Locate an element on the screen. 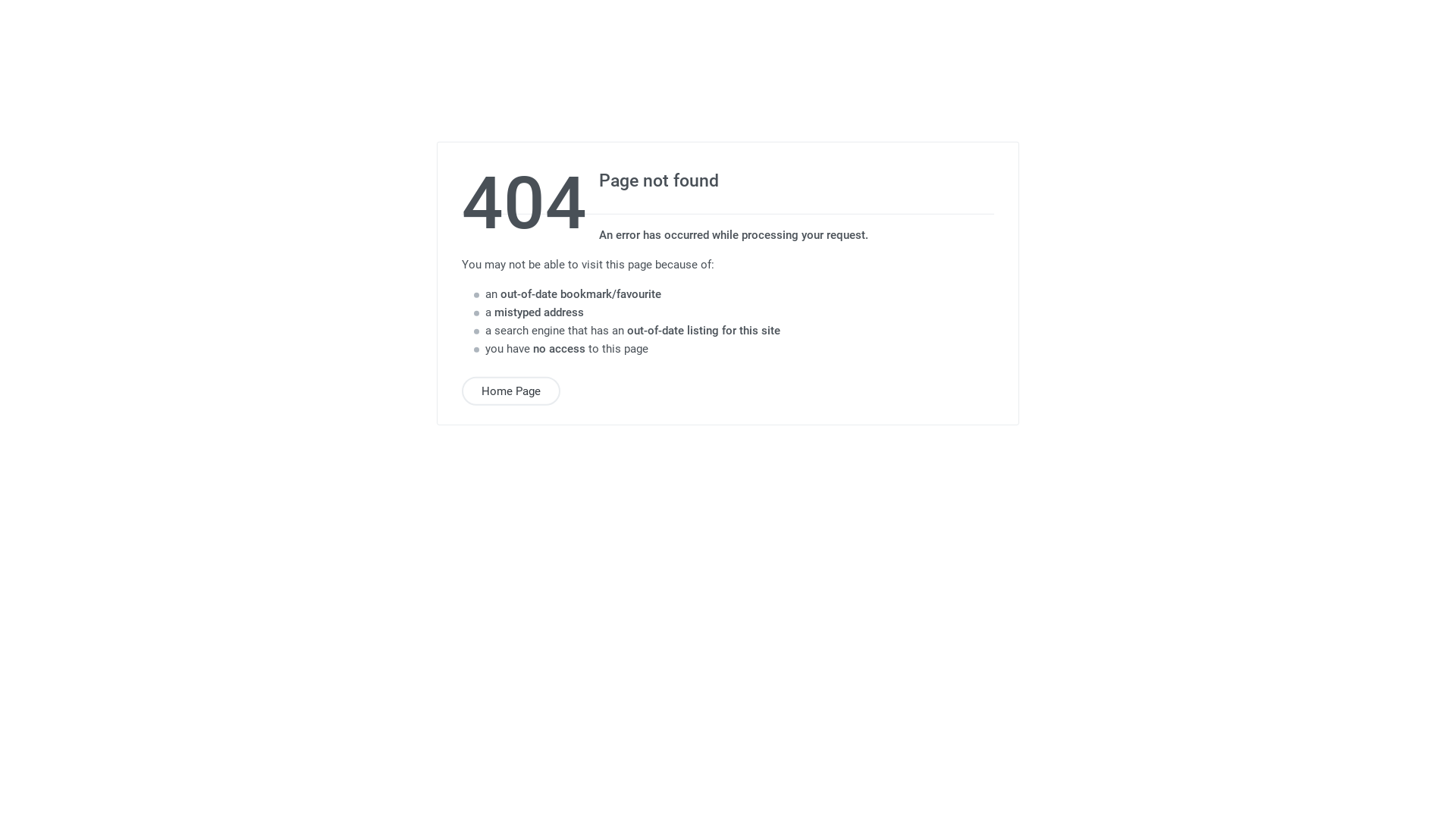 The width and height of the screenshot is (1456, 819). 'Home Page' is located at coordinates (510, 390).